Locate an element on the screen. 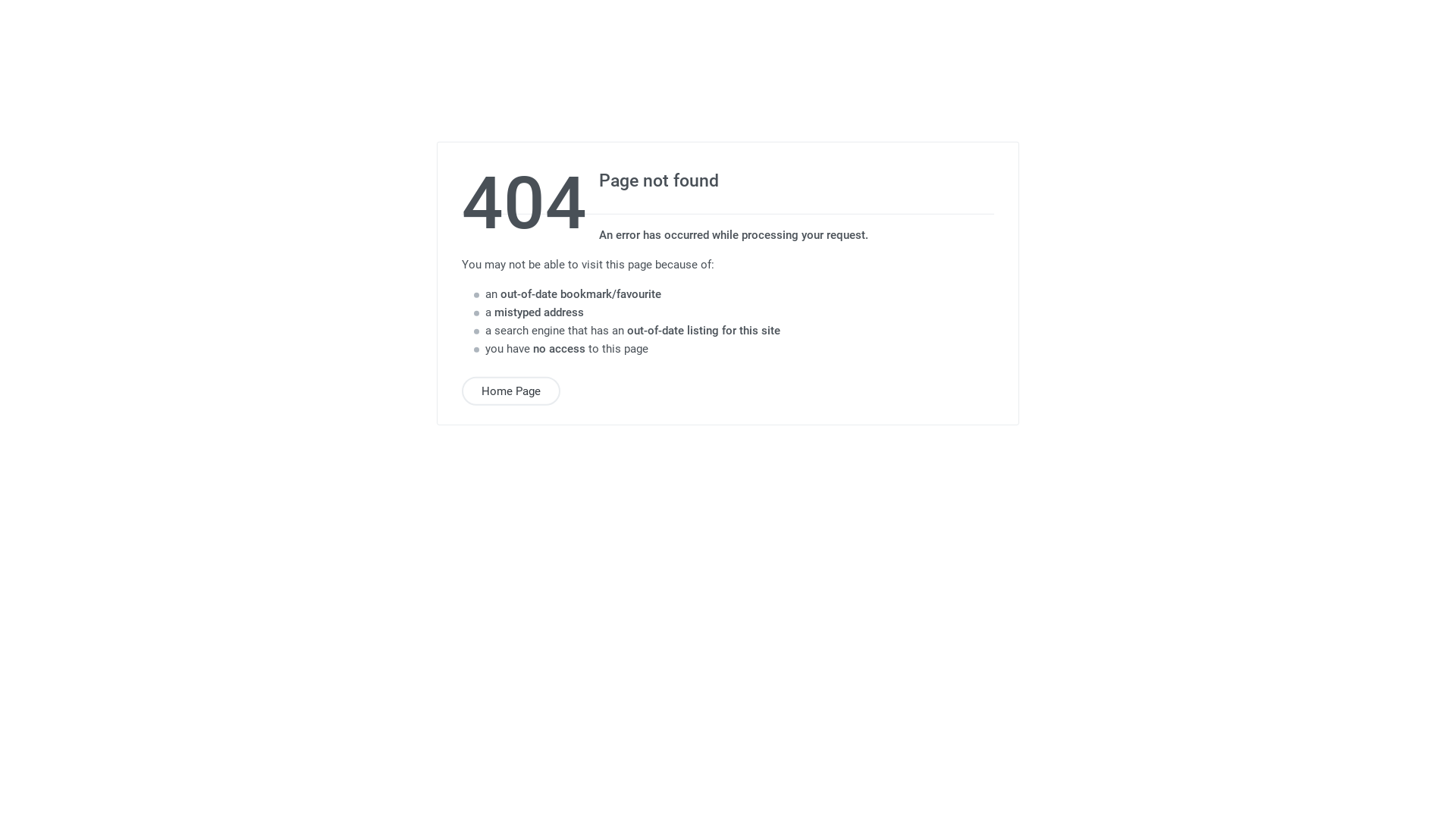 The width and height of the screenshot is (1456, 819). 'Home Page' is located at coordinates (510, 390).